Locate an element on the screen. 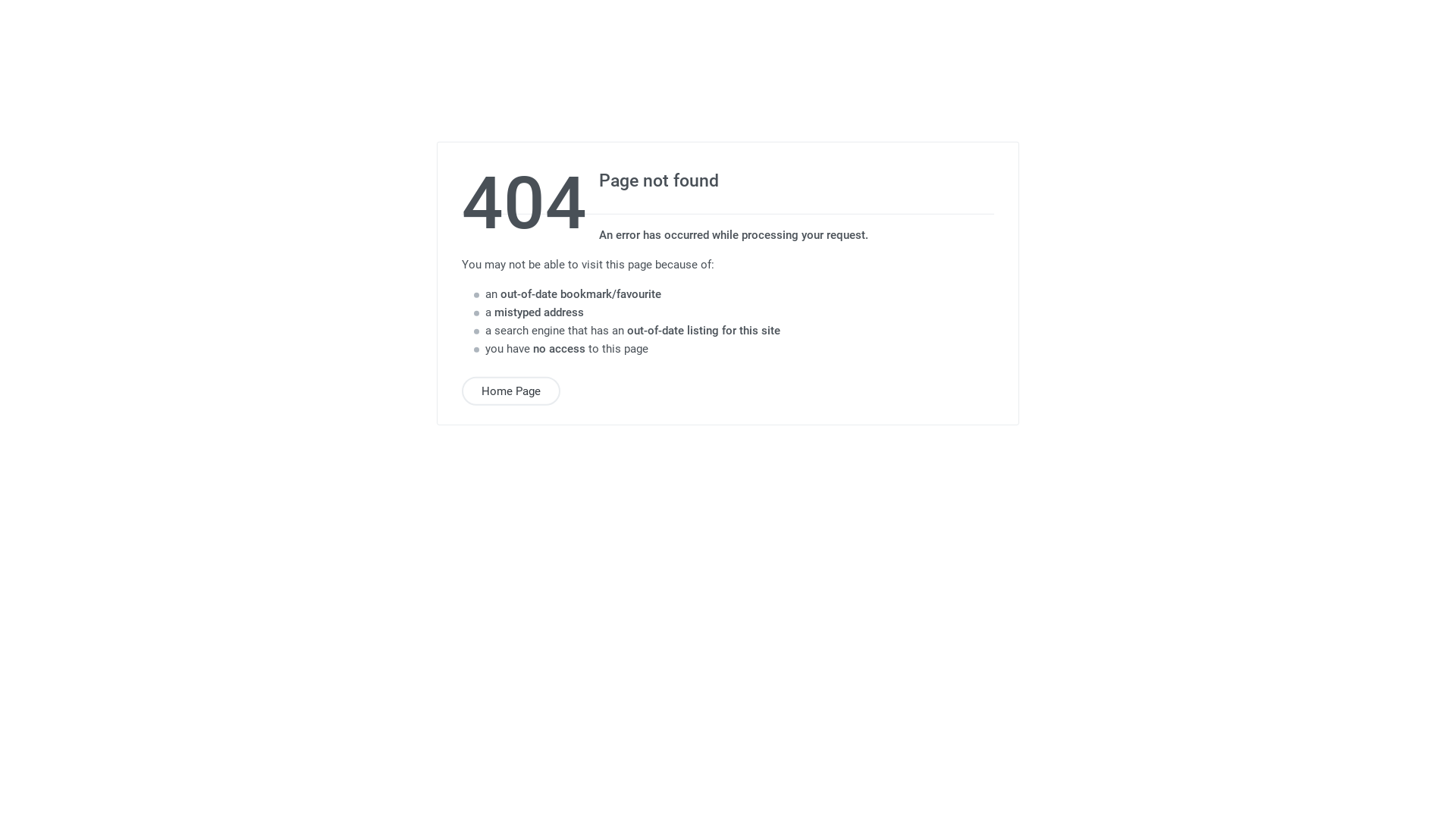 The width and height of the screenshot is (1456, 819). 'Home Page' is located at coordinates (510, 390).